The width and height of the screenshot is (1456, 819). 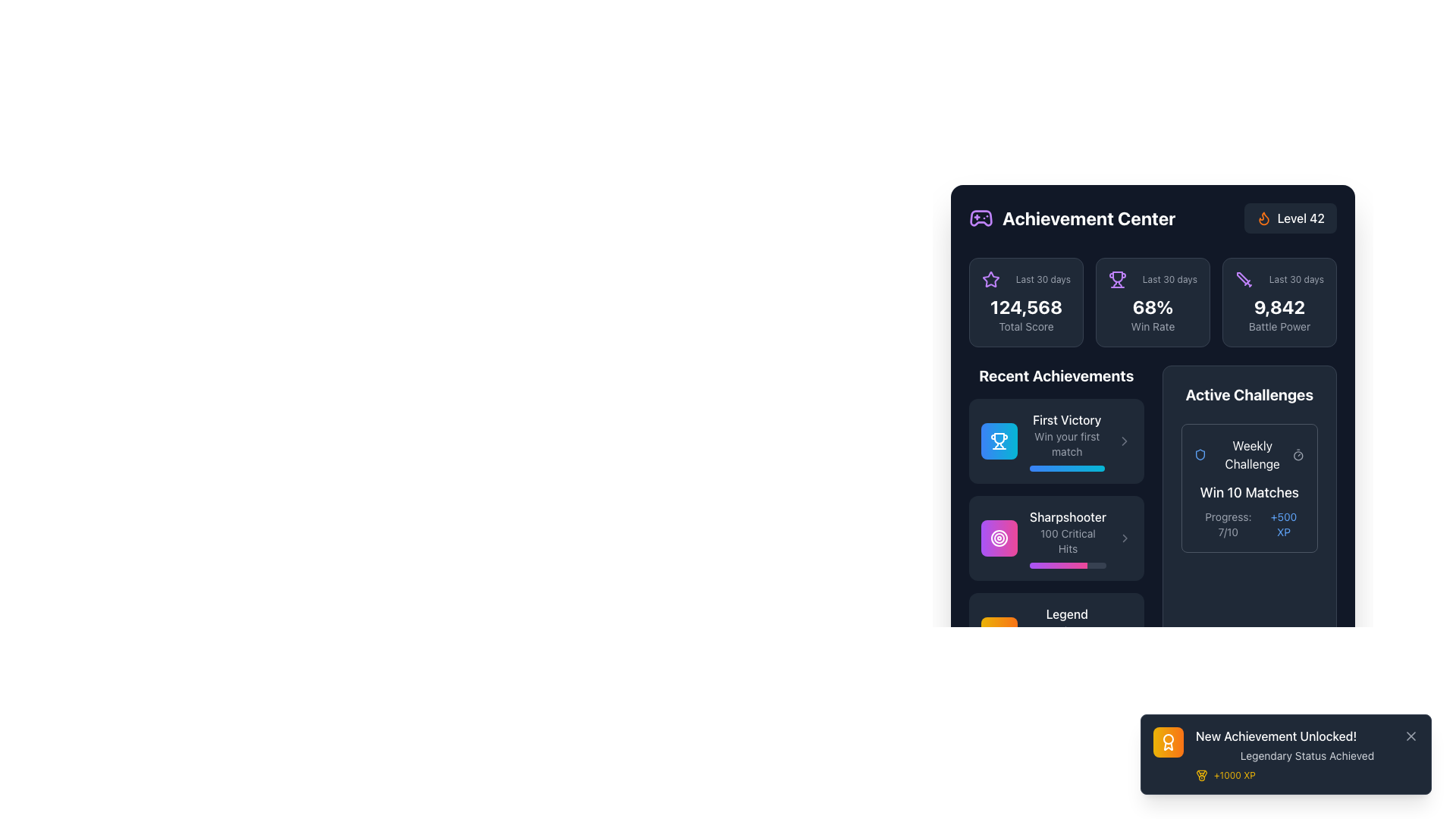 What do you see at coordinates (990, 279) in the screenshot?
I see `achievement icon located in the top-left quadrant of the 'Achievement Center' dashboard, above the 'Recent Achievements' section and next to the 'Total Score' area using developer tools` at bounding box center [990, 279].